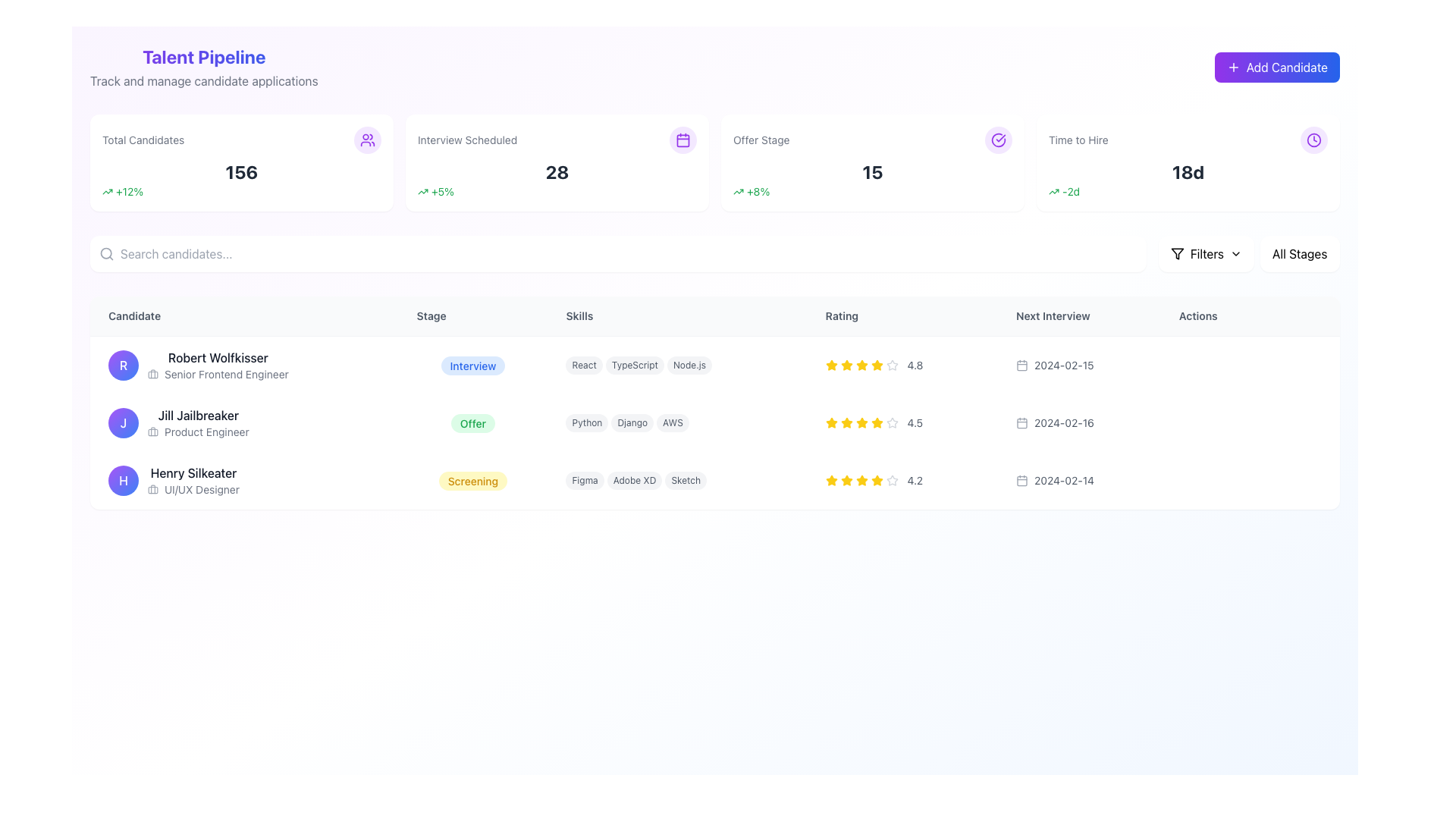 This screenshot has height=819, width=1456. Describe the element at coordinates (877, 480) in the screenshot. I see `the fully selected fifth star icon in the rating system for individual 'Henry Silkeater'` at that location.